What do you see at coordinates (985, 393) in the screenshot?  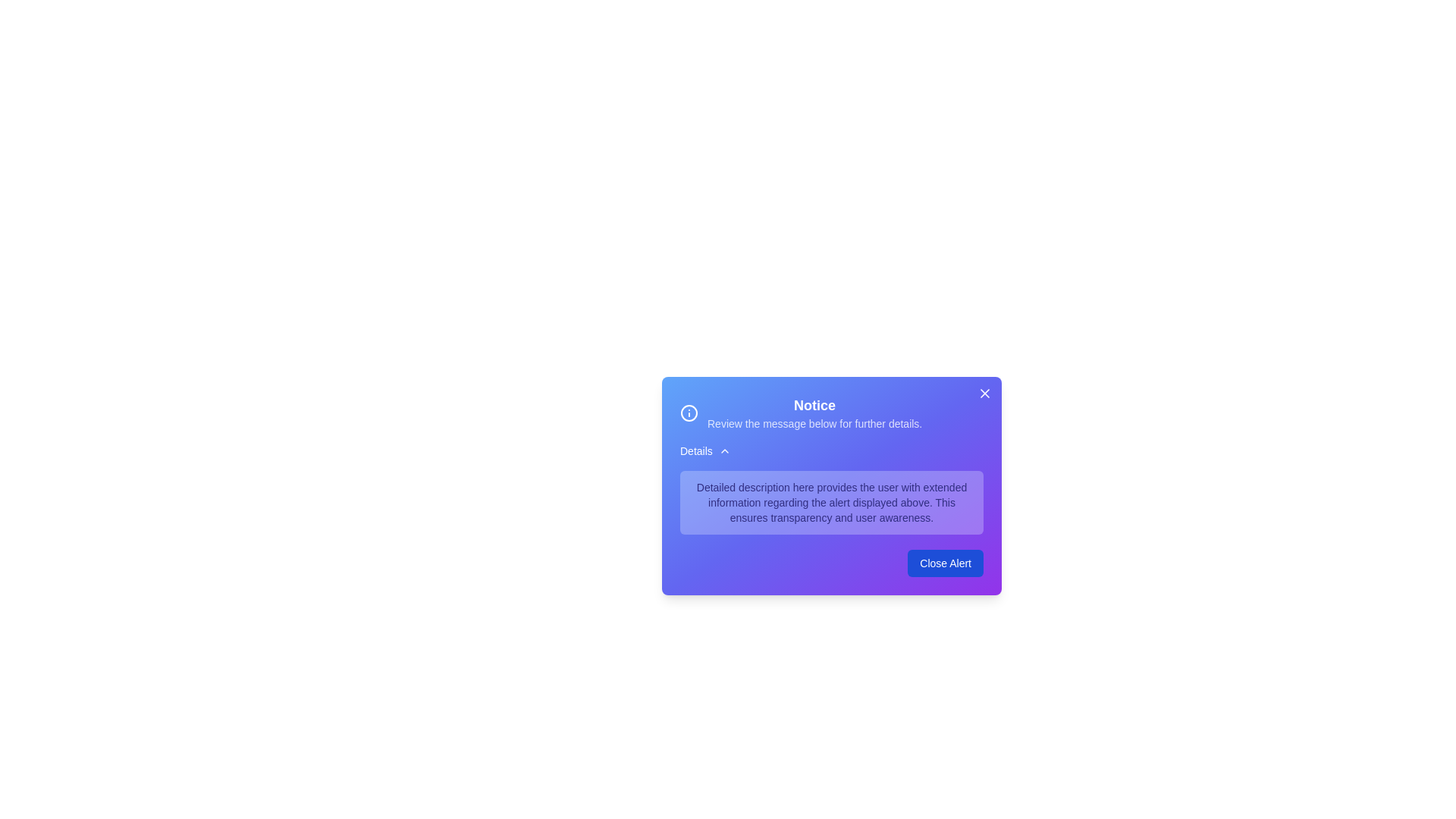 I see `the 'X' button in the top-right corner of the alert to dismiss it` at bounding box center [985, 393].